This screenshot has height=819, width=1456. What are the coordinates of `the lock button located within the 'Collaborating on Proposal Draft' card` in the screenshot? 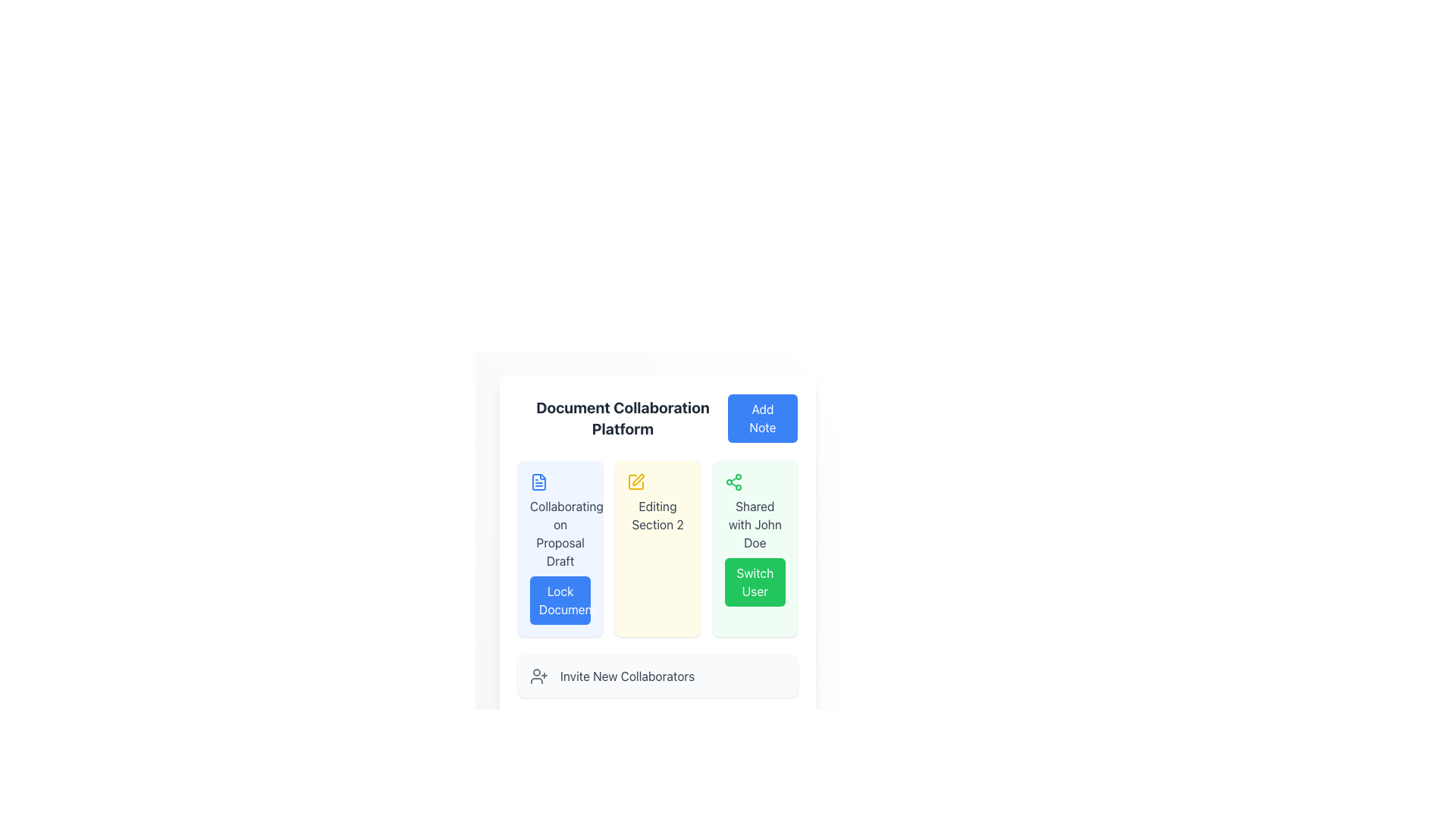 It's located at (560, 599).